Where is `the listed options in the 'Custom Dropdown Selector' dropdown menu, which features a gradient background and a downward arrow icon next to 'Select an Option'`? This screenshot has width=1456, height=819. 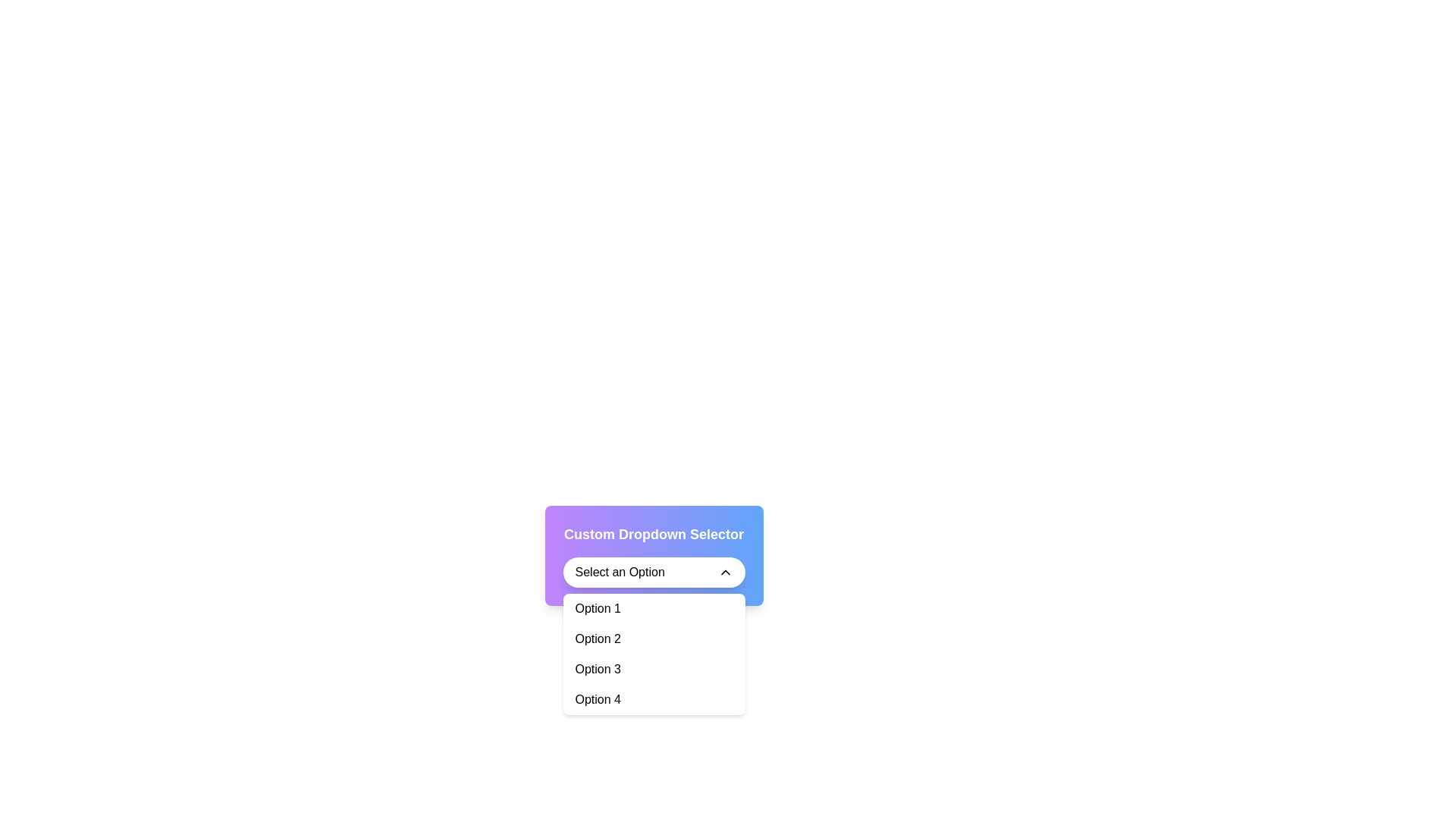
the listed options in the 'Custom Dropdown Selector' dropdown menu, which features a gradient background and a downward arrow icon next to 'Select an Option' is located at coordinates (654, 555).